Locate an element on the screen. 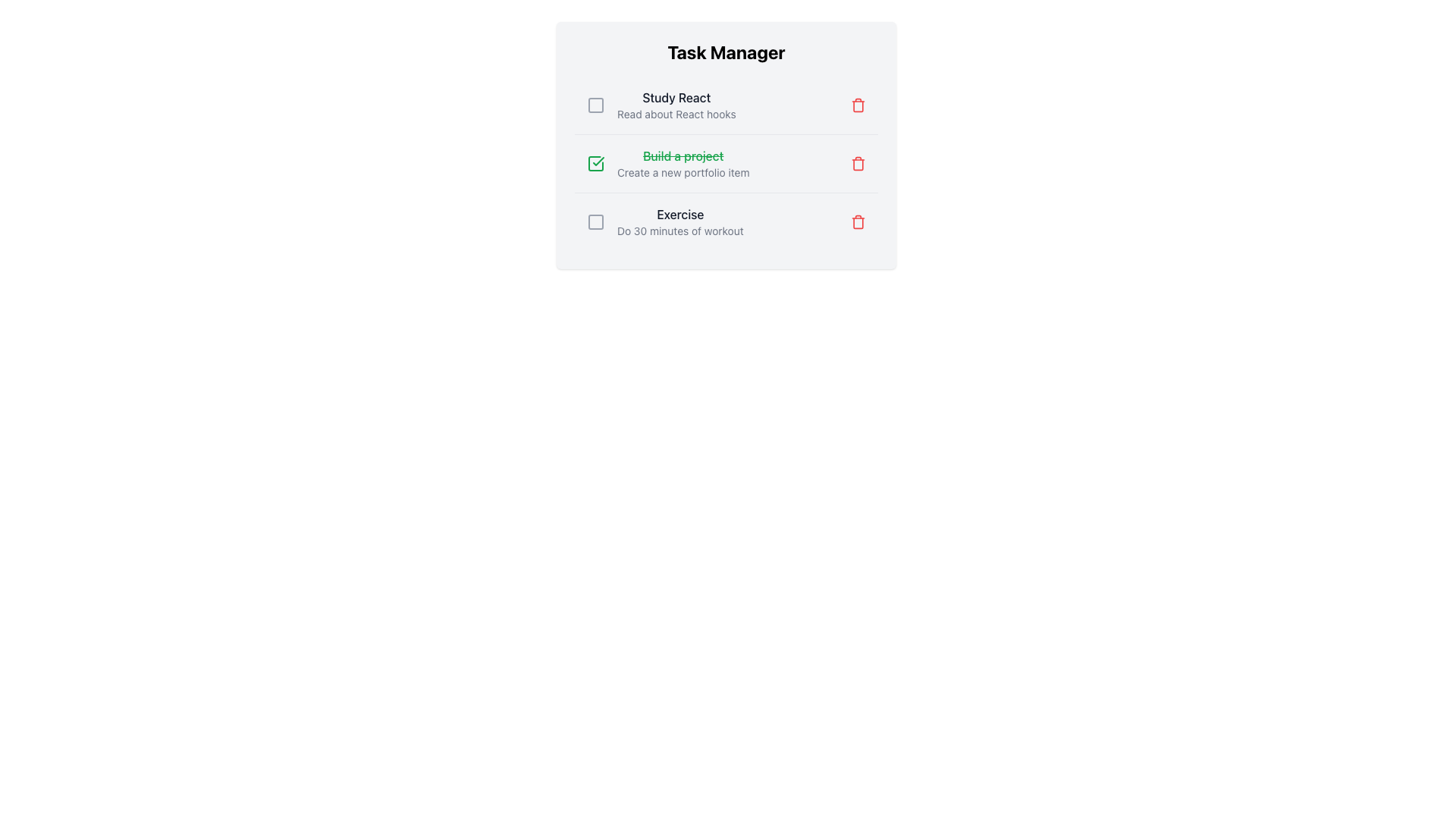 This screenshot has width=1456, height=819. the checkbox of the first task item in the to-do list under the 'Task Manager' heading to mark the task as complete is located at coordinates (726, 104).